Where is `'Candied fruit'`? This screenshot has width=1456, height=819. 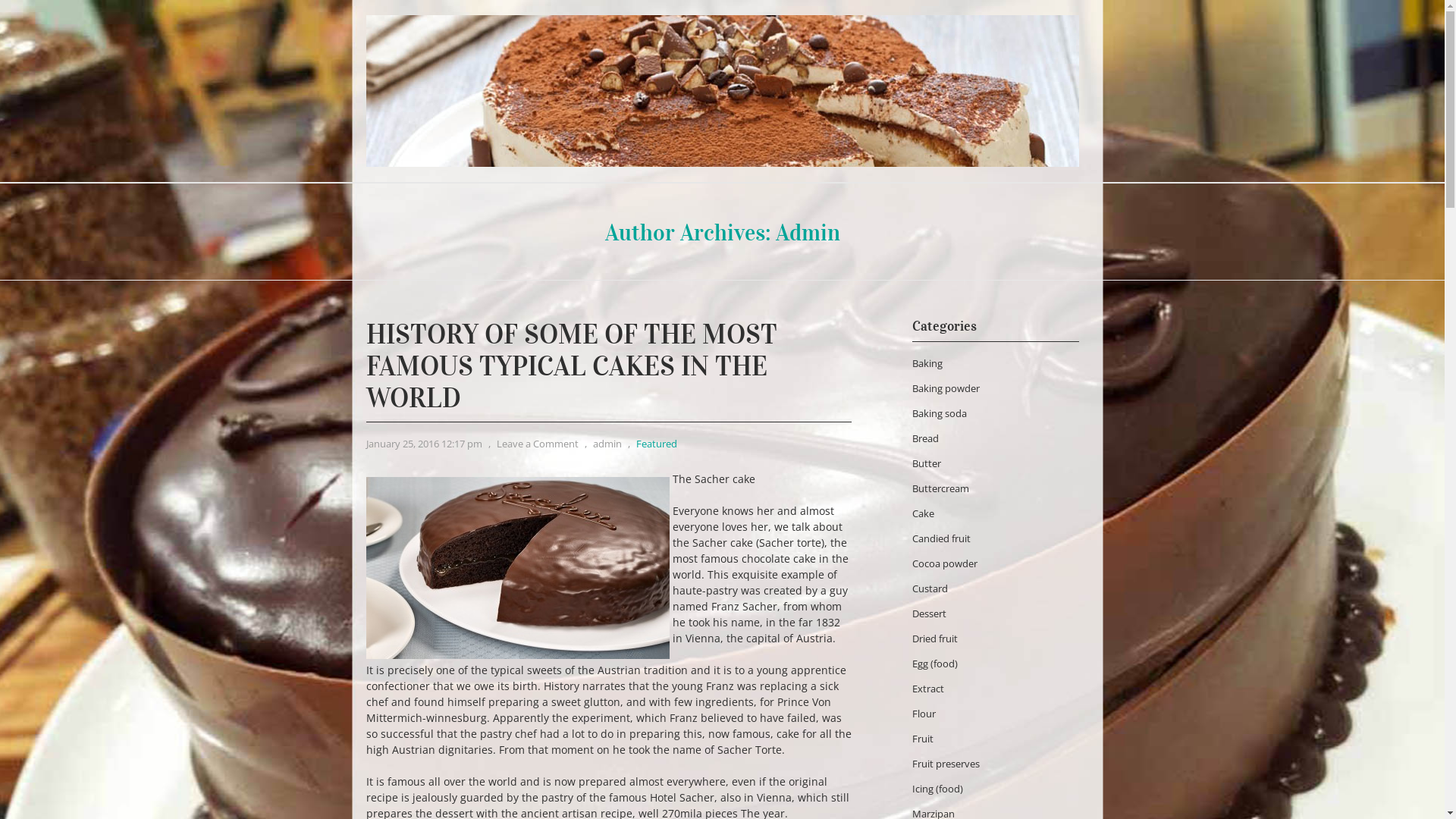 'Candied fruit' is located at coordinates (940, 537).